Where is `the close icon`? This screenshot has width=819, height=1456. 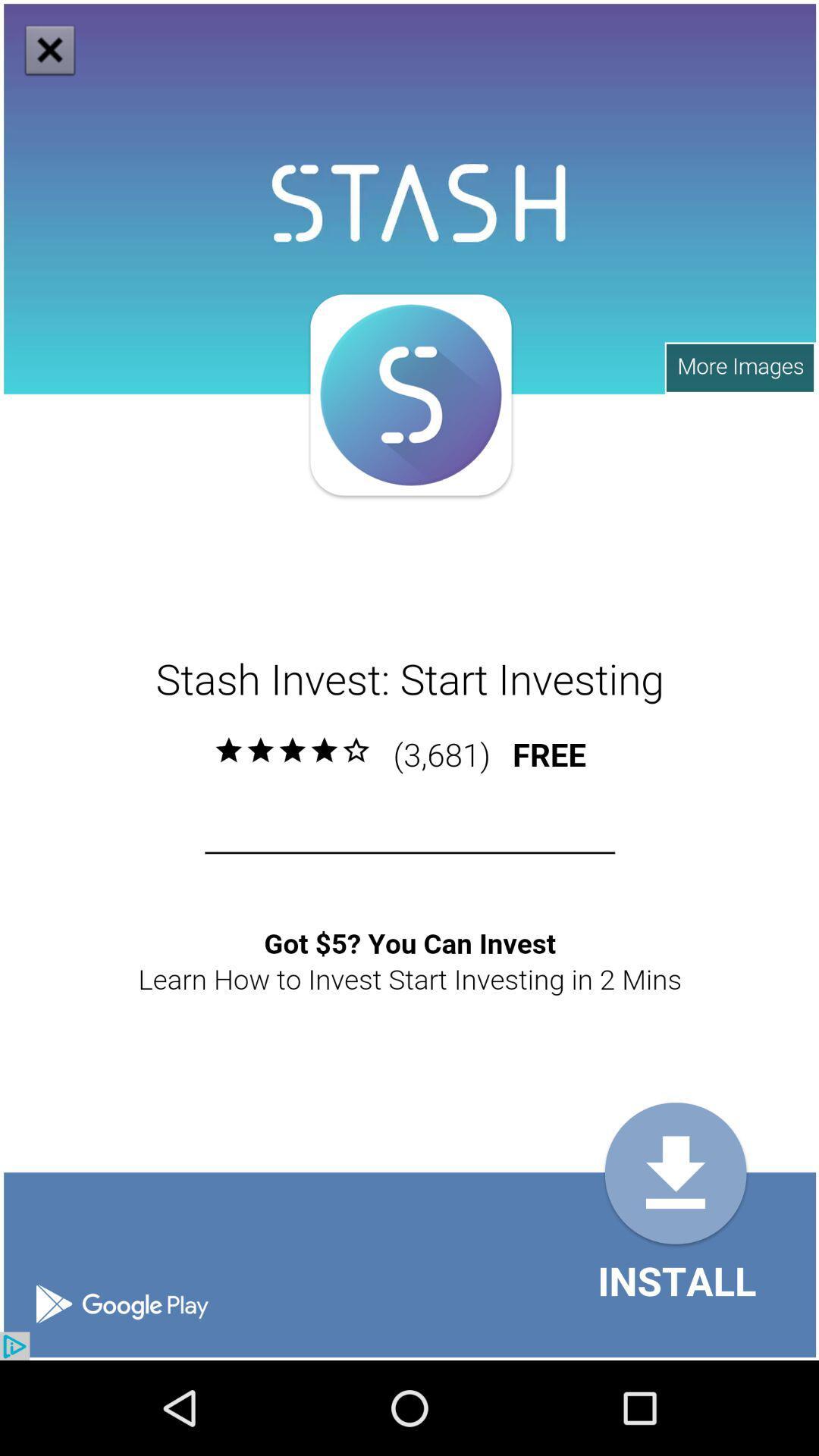 the close icon is located at coordinates (49, 53).